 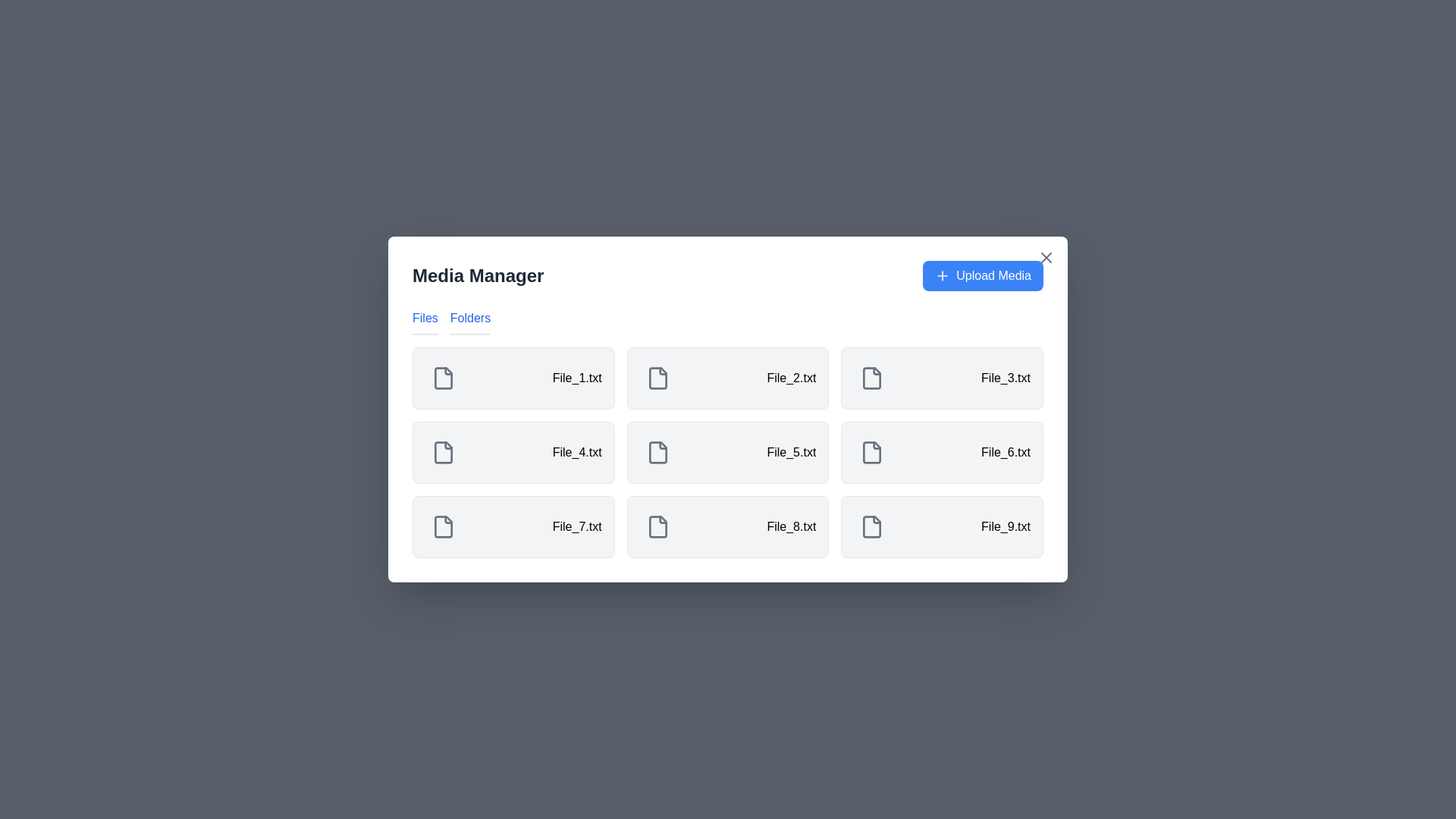 What do you see at coordinates (657, 526) in the screenshot?
I see `the icon representing 'File_7.txt' located in the first position of the third row in the Media Manager interface` at bounding box center [657, 526].